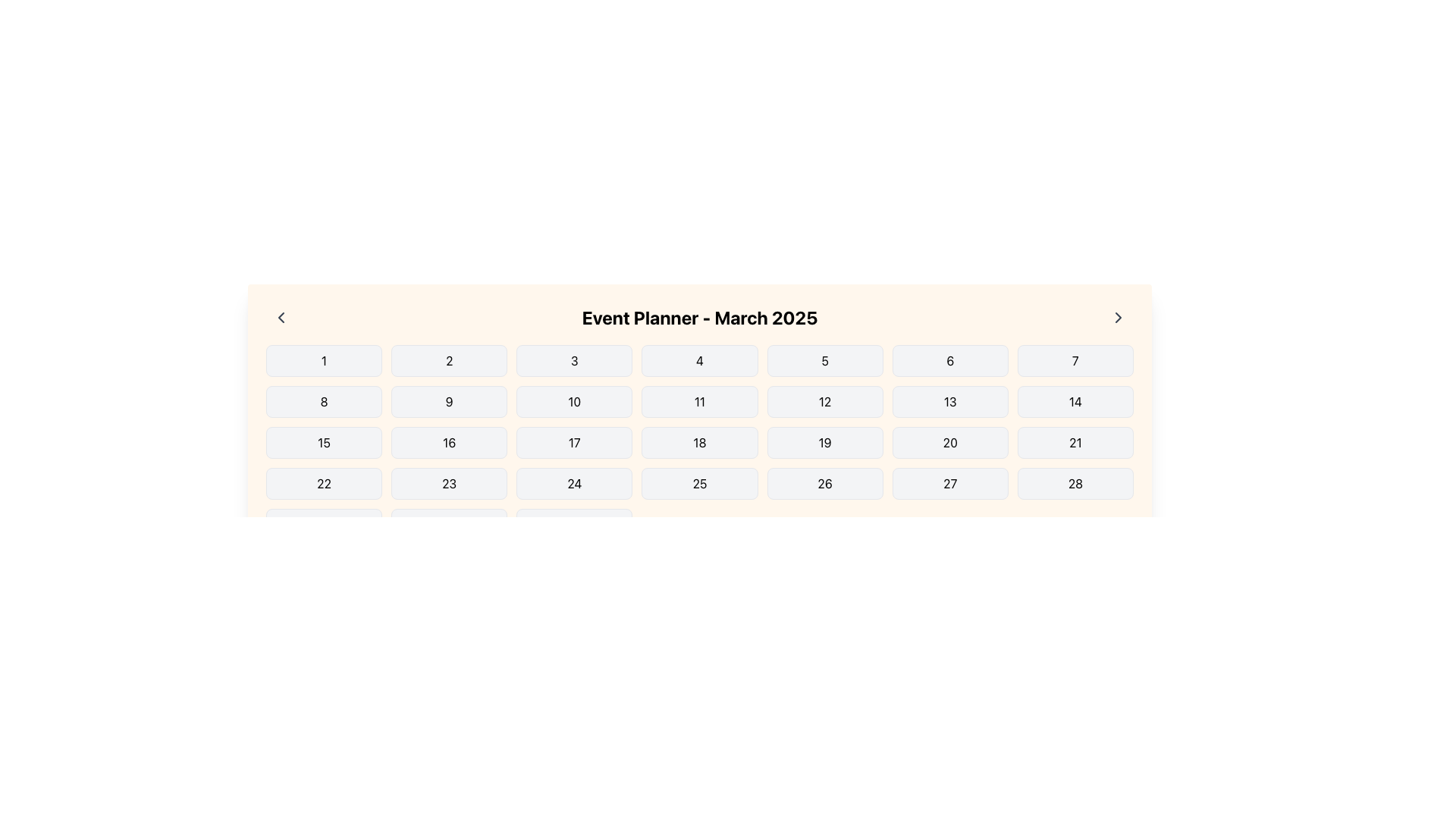 The height and width of the screenshot is (819, 1456). What do you see at coordinates (448, 400) in the screenshot?
I see `the Button-like calendar cell located in the second row and second column of the calendar grid for keyboard navigation` at bounding box center [448, 400].